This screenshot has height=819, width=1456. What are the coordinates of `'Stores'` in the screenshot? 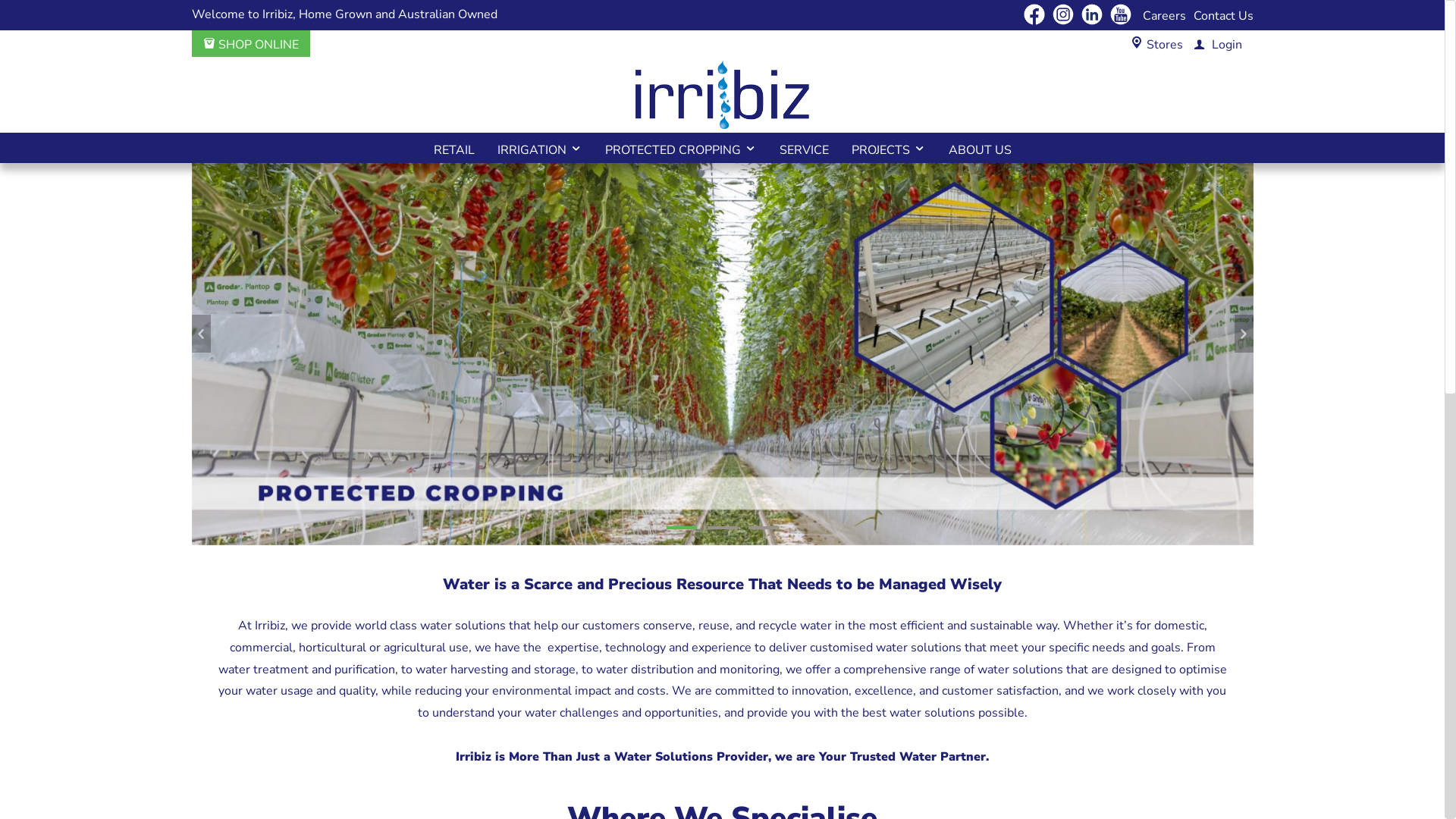 It's located at (1147, 43).